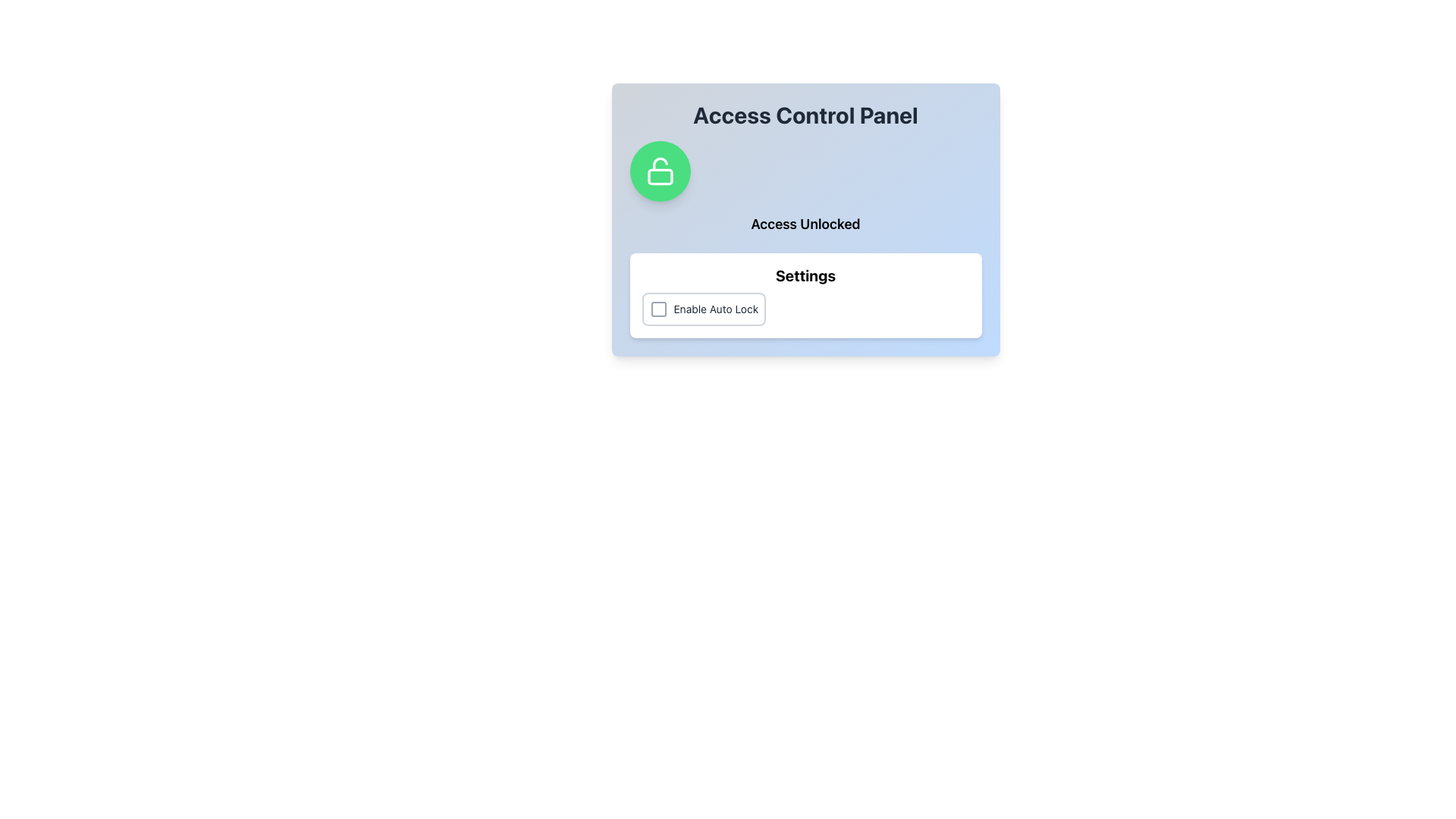 This screenshot has height=819, width=1456. Describe the element at coordinates (805, 224) in the screenshot. I see `the static text label displaying 'Access Unlocked', which is centrally positioned below a green lock icon and above a 'Settings' label` at that location.